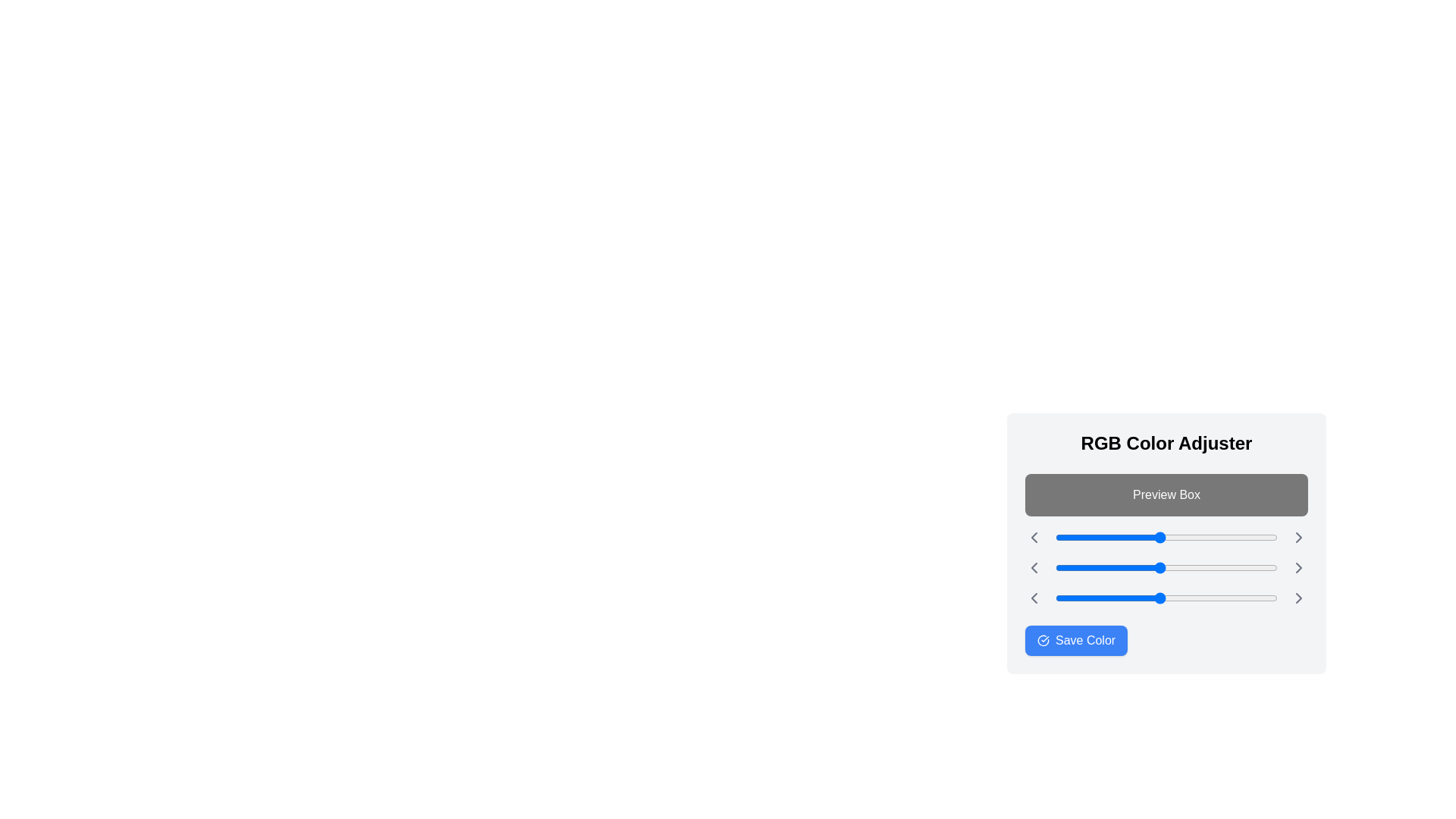 This screenshot has width=1456, height=819. I want to click on the red color slider to 202 (0-255), so click(1232, 537).